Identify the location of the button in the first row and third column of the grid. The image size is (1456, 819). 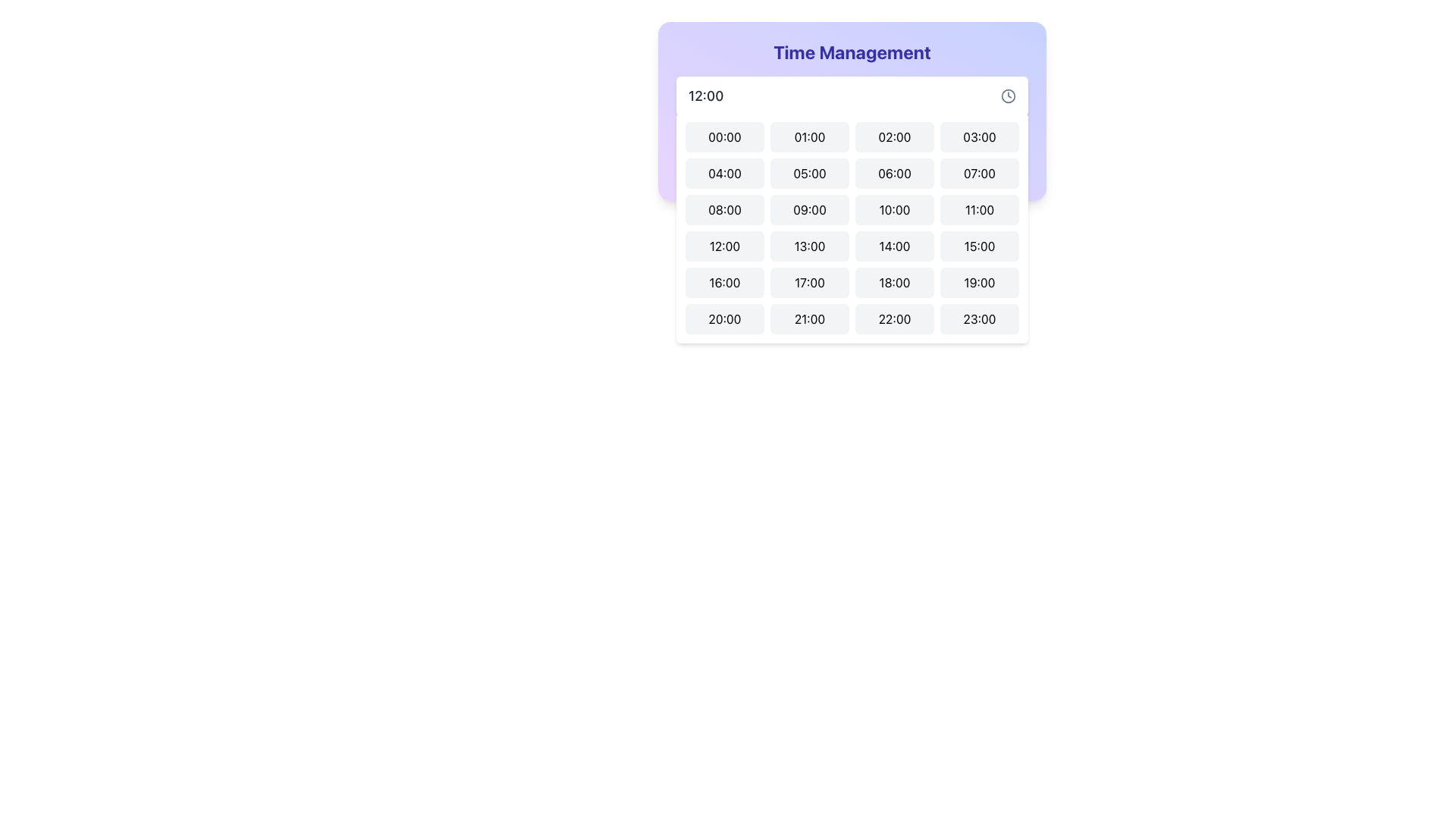
(895, 137).